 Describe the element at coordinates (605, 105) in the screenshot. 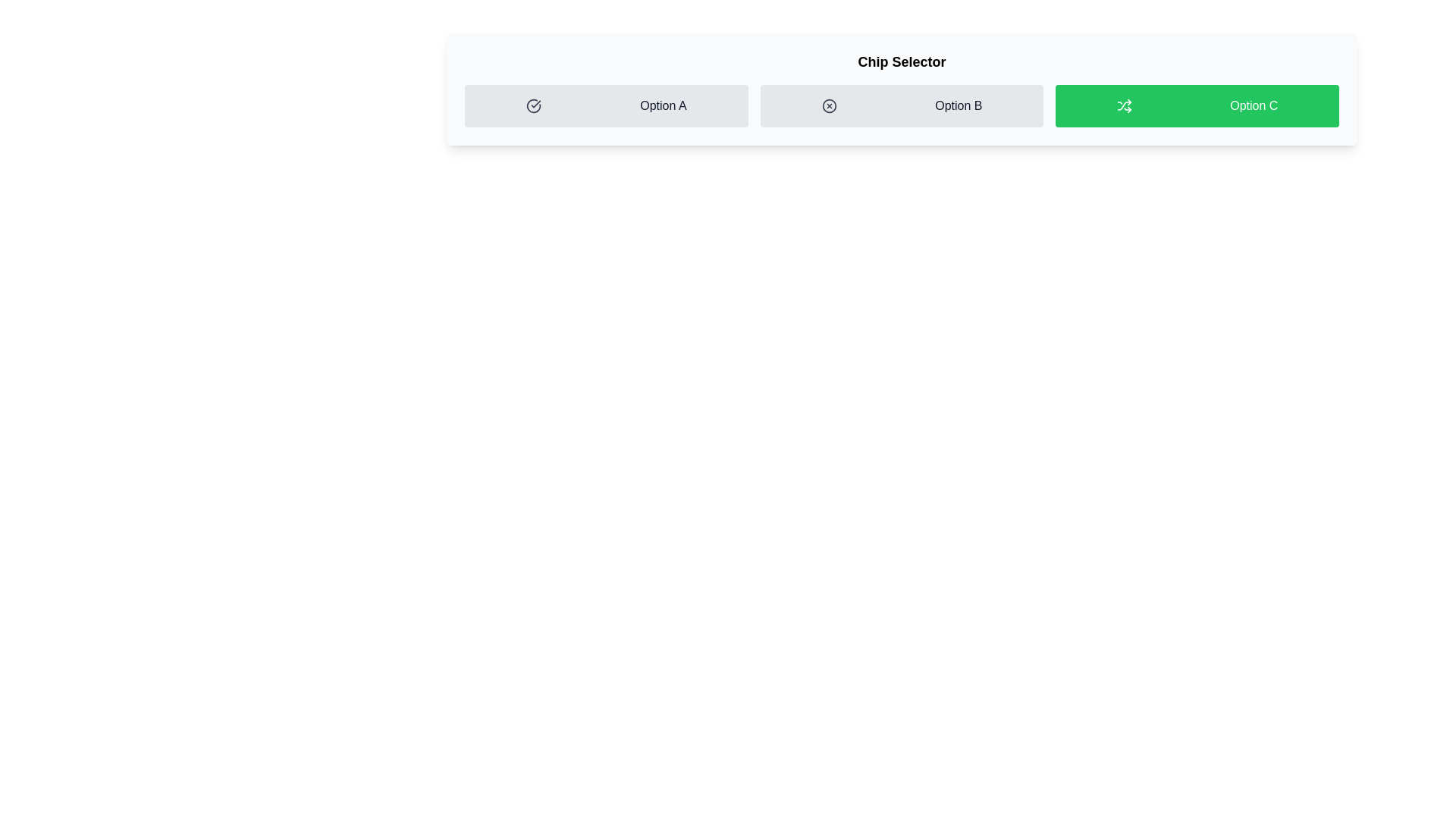

I see `the chip labeled 'Option A' to observe its hover effect` at that location.